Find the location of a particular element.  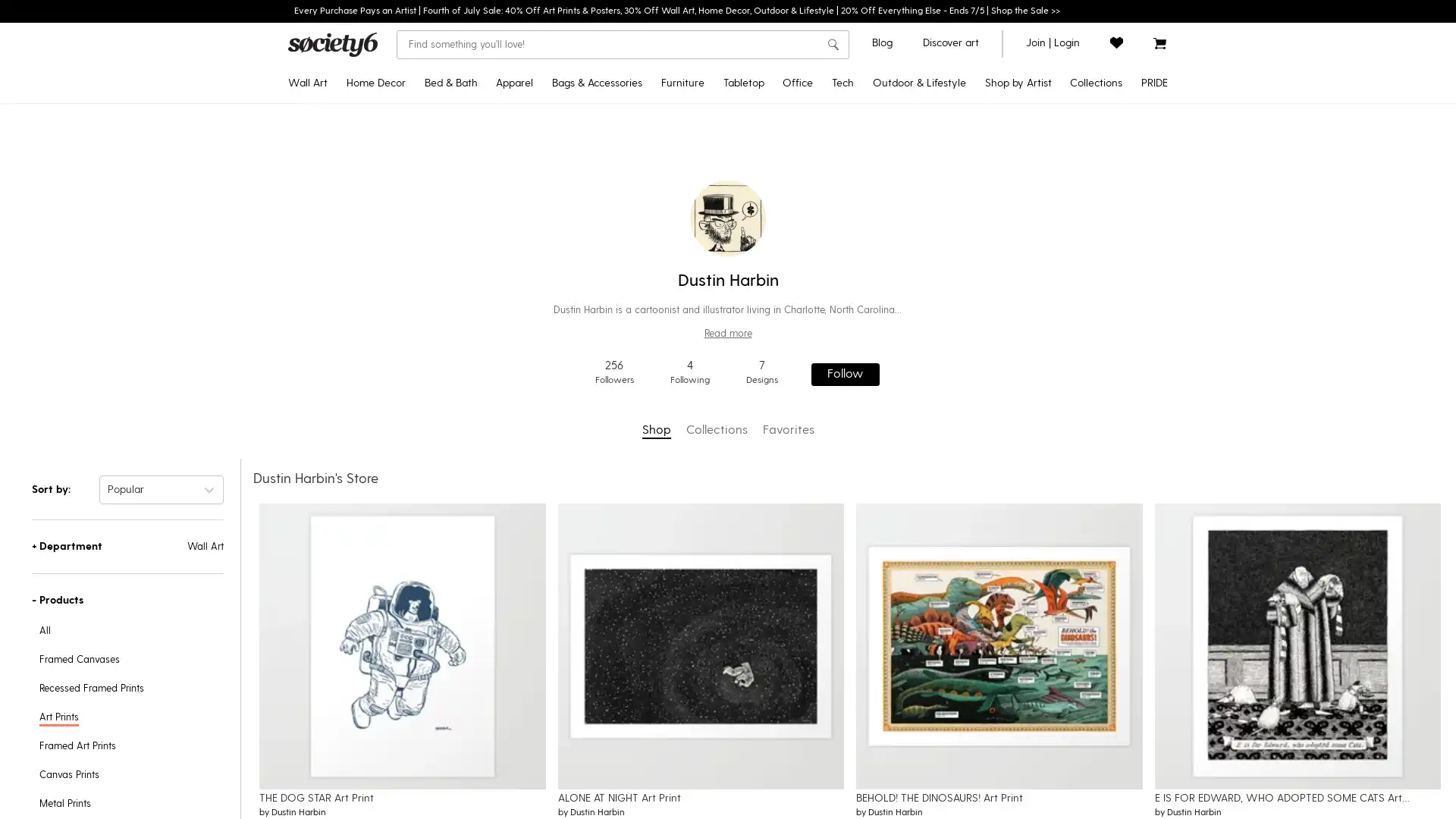

Disney is located at coordinates (977, 121).